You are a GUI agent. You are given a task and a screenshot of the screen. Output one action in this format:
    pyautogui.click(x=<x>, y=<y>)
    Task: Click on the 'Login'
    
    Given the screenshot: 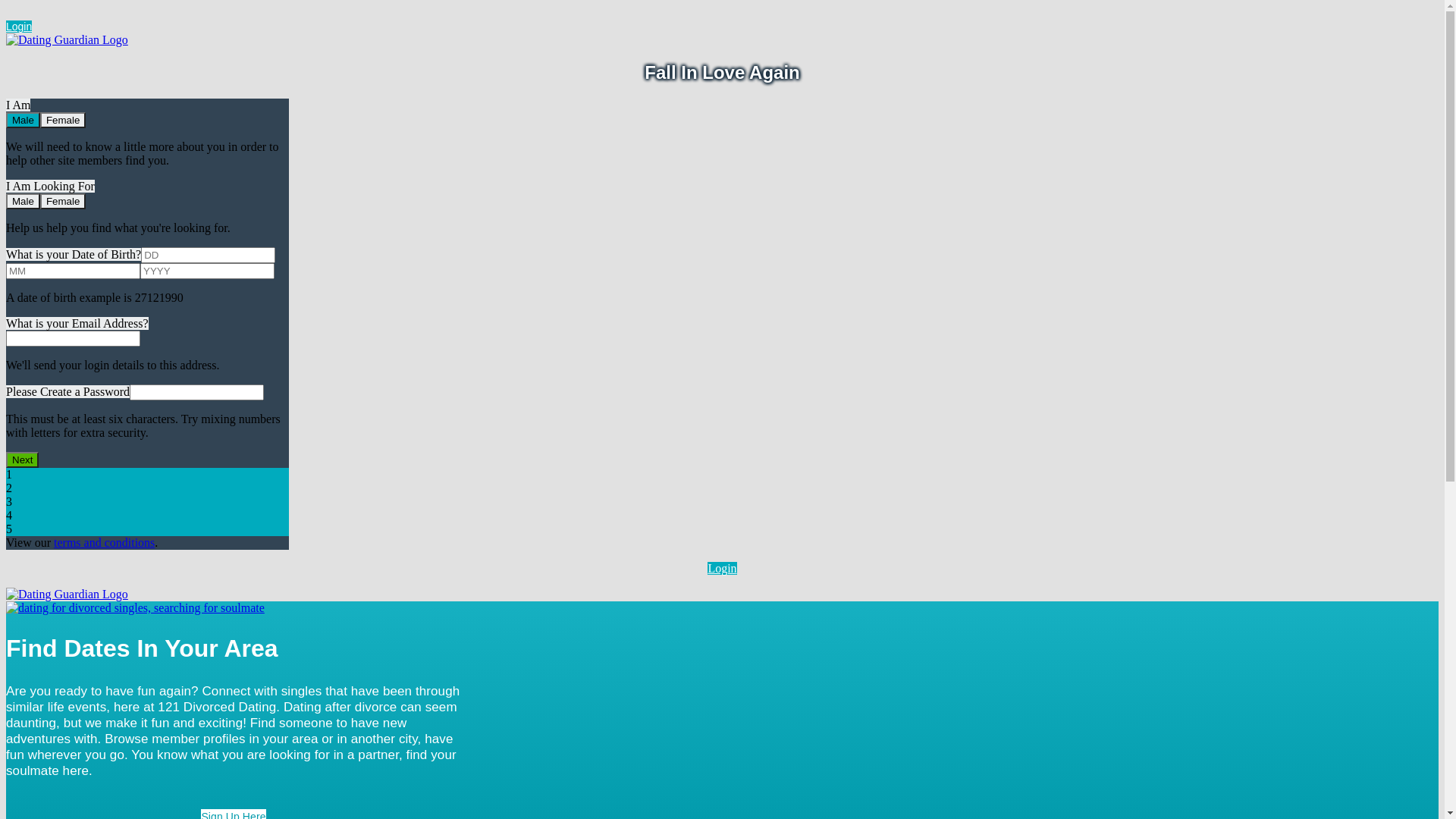 What is the action you would take?
    pyautogui.click(x=720, y=568)
    